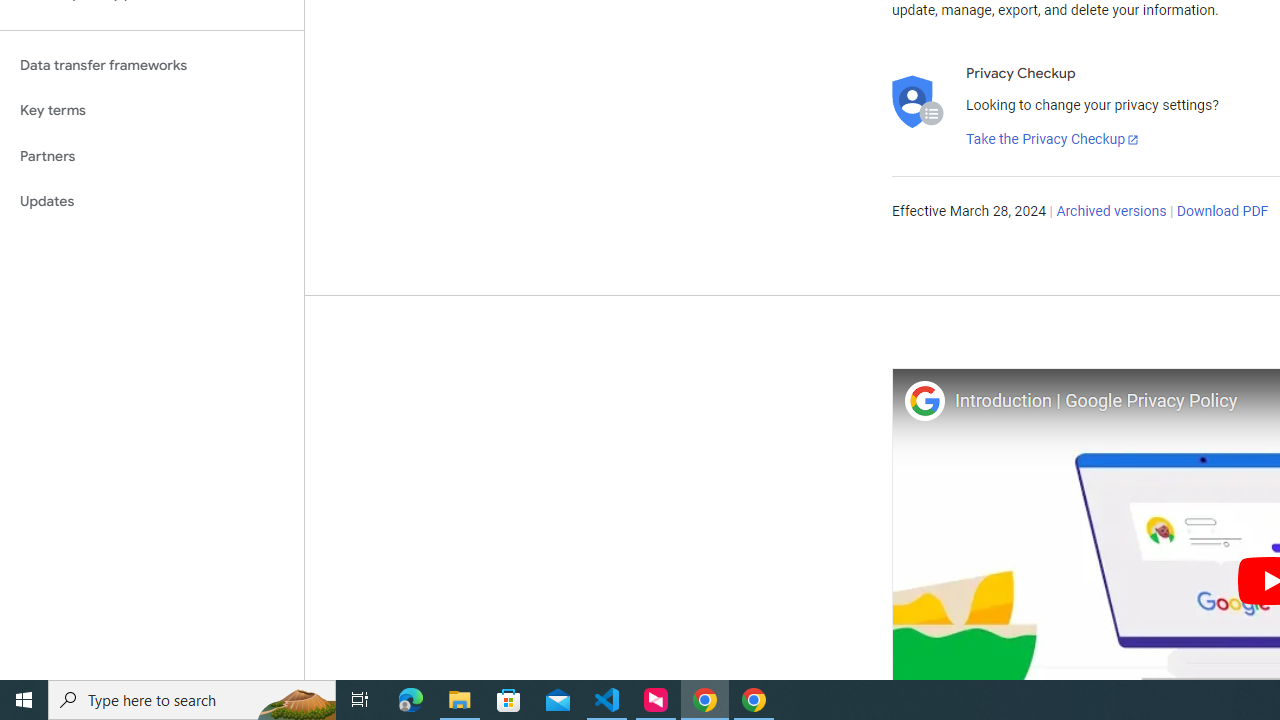 The width and height of the screenshot is (1280, 720). Describe the element at coordinates (1110, 212) in the screenshot. I see `'Archived versions'` at that location.